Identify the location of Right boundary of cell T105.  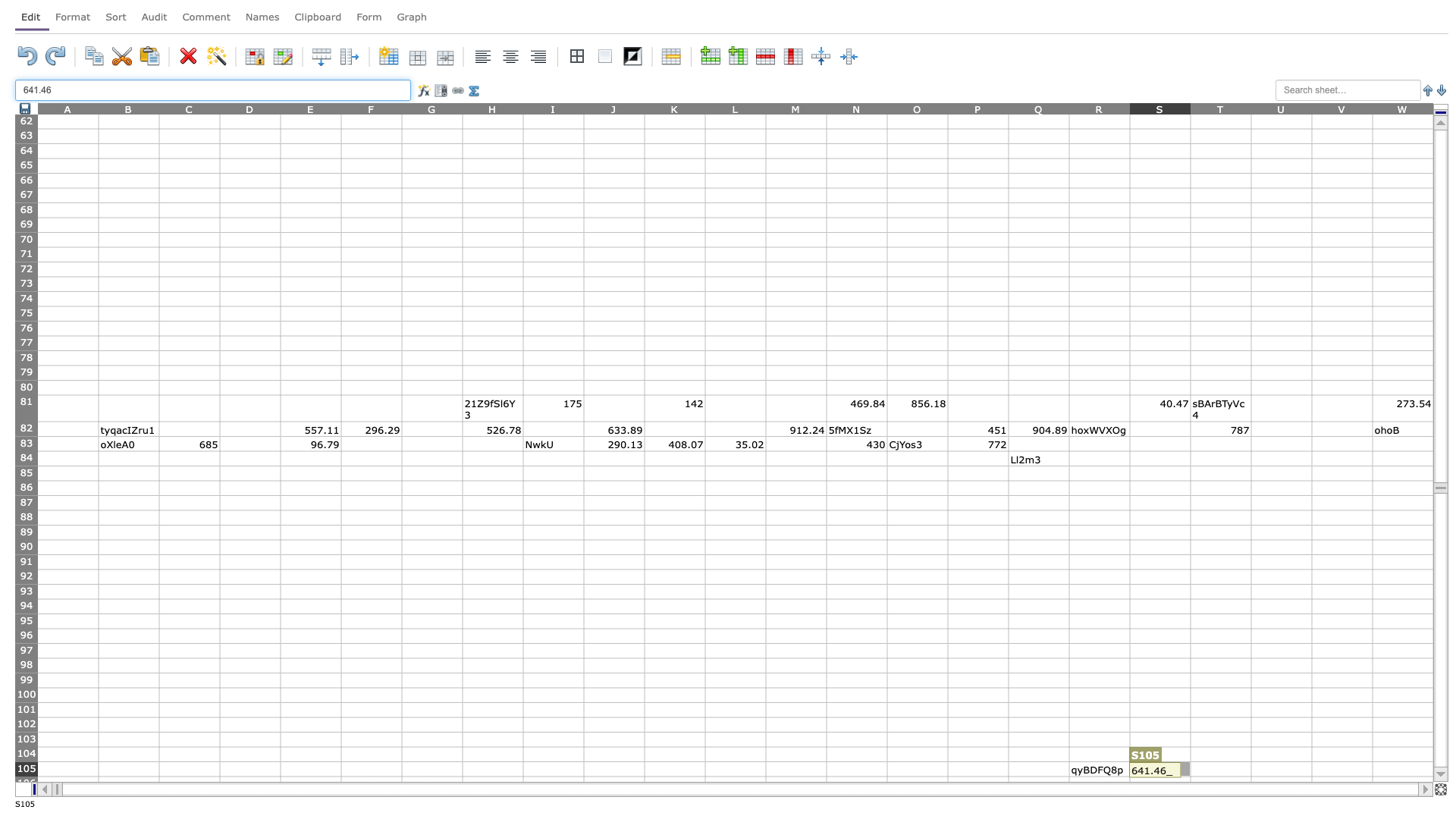
(1251, 769).